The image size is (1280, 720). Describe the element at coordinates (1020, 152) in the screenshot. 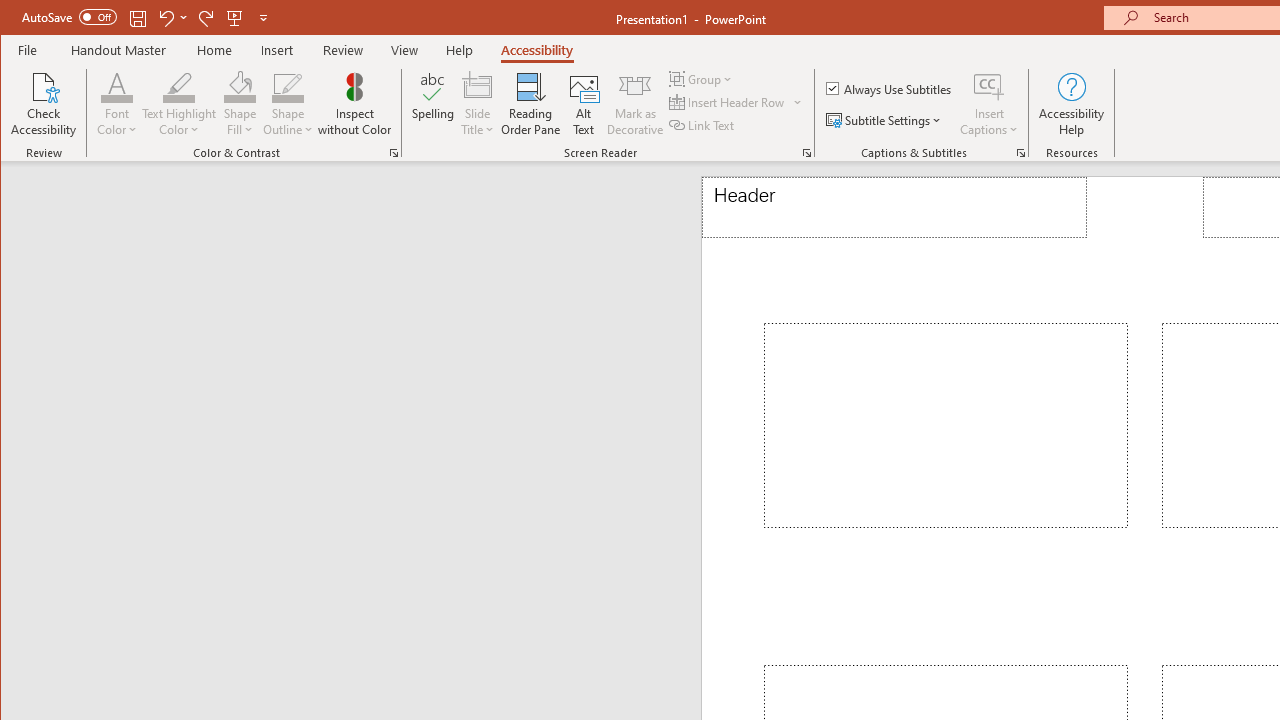

I see `'Captions & Subtitles'` at that location.